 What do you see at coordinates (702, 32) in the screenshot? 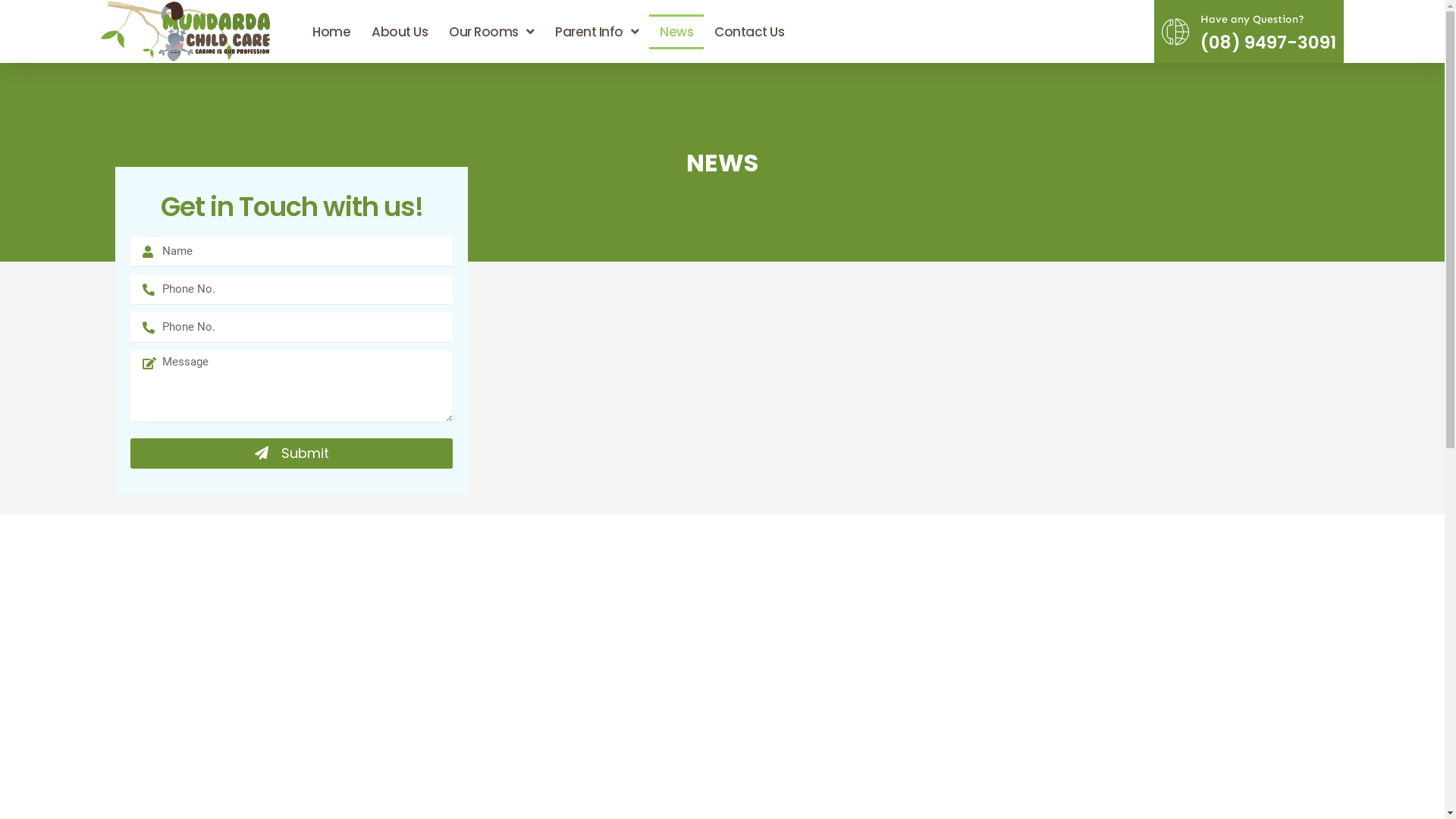
I see `'Contact Us'` at bounding box center [702, 32].